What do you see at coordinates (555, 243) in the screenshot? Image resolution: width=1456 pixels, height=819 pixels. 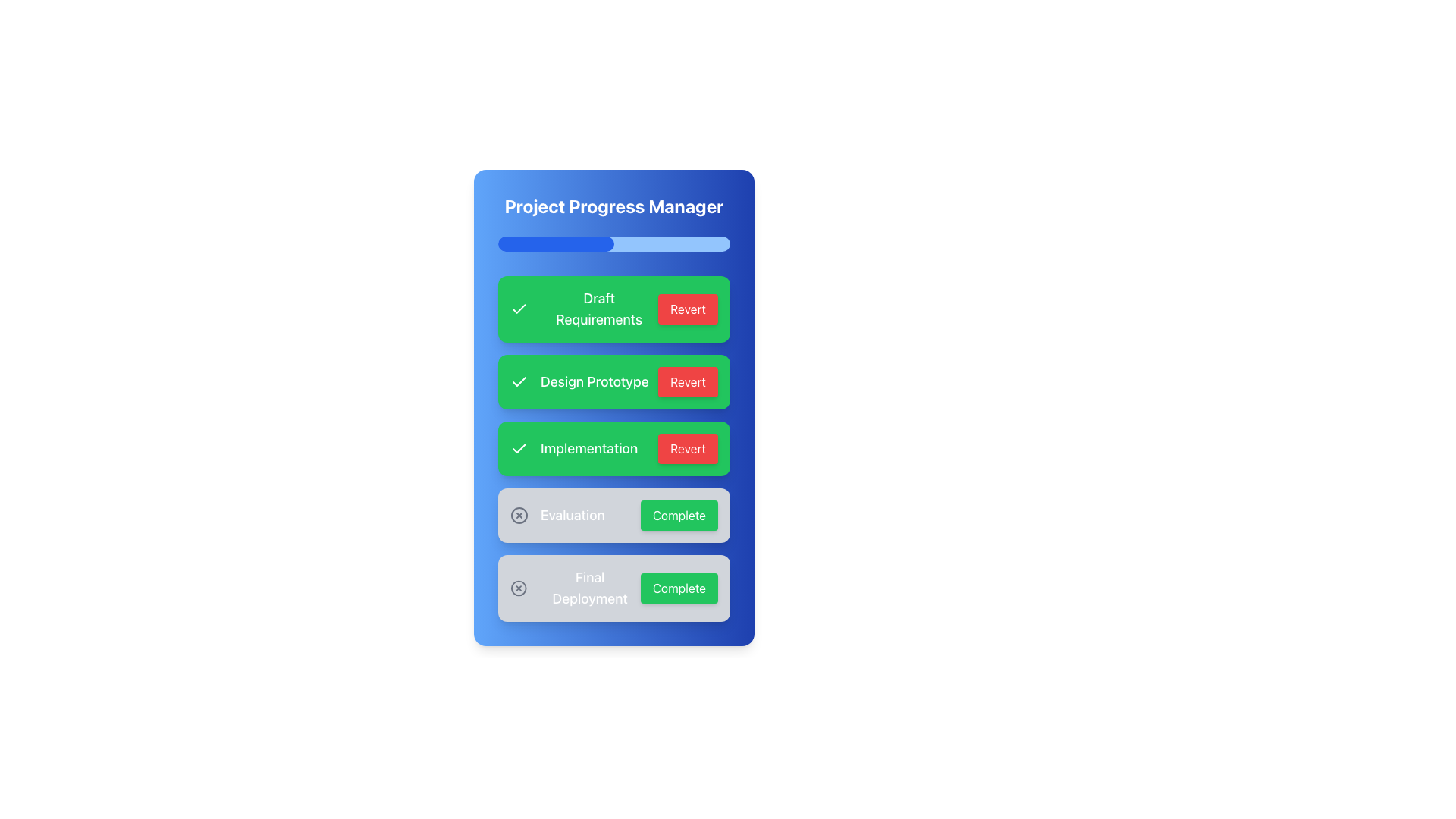 I see `progress bar` at bounding box center [555, 243].